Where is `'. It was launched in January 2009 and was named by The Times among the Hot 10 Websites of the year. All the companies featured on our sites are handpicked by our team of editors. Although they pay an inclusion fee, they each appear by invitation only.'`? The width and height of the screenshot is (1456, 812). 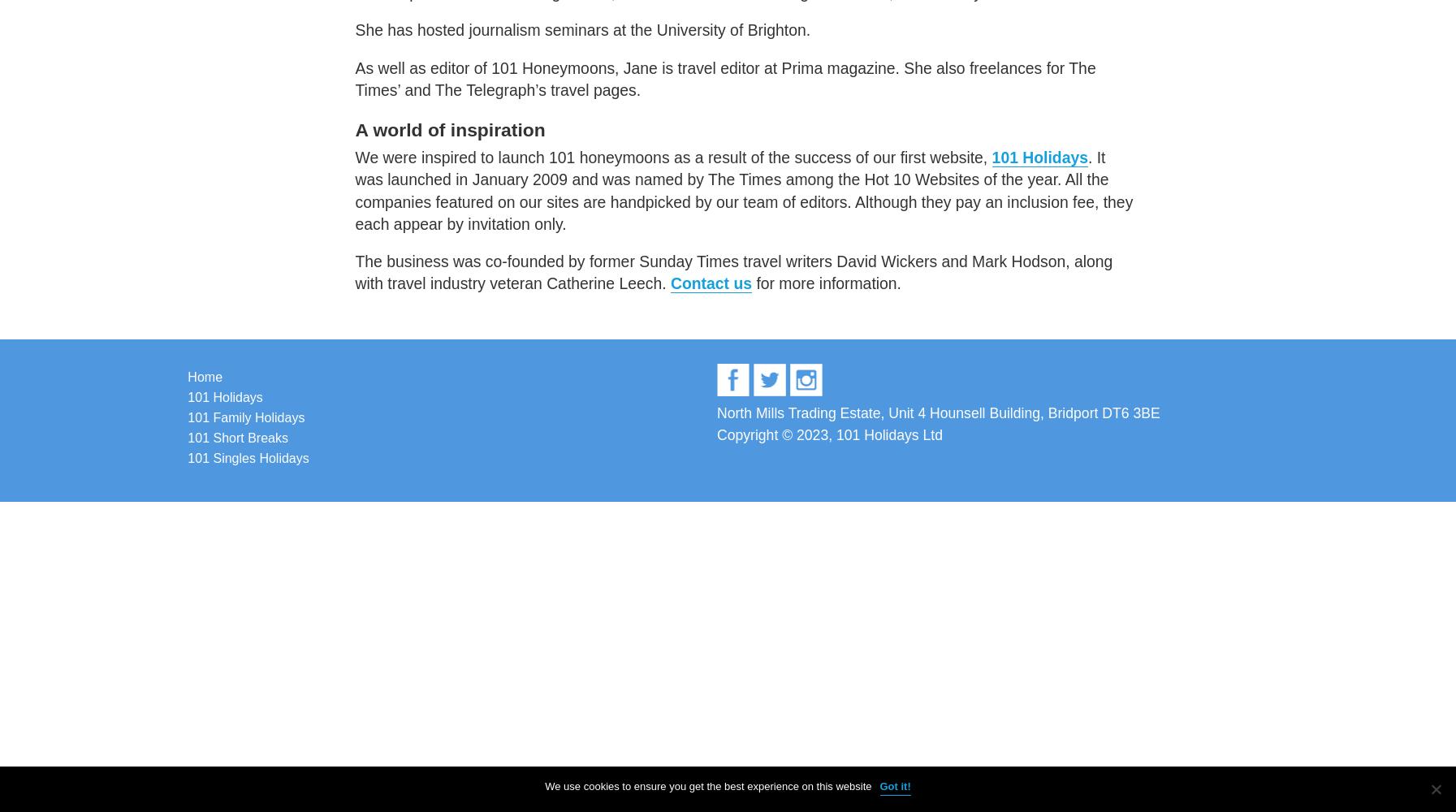 '. It was launched in January 2009 and was named by The Times among the Hot 10 Websites of the year. All the companies featured on our sites are handpicked by our team of editors. Although they pay an inclusion fee, they each appear by invitation only.' is located at coordinates (744, 189).